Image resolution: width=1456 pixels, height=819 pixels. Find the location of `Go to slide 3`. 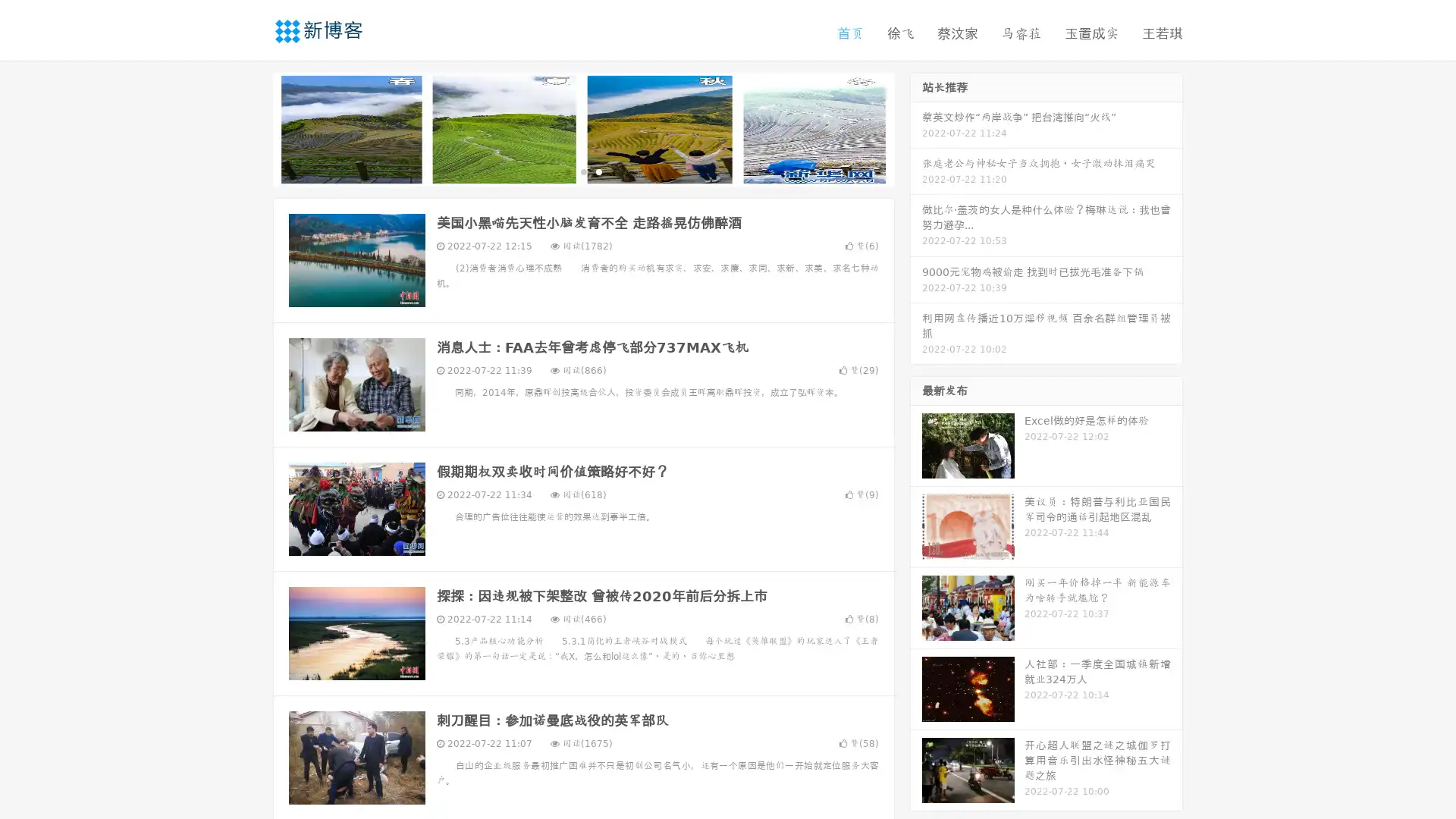

Go to slide 3 is located at coordinates (598, 171).